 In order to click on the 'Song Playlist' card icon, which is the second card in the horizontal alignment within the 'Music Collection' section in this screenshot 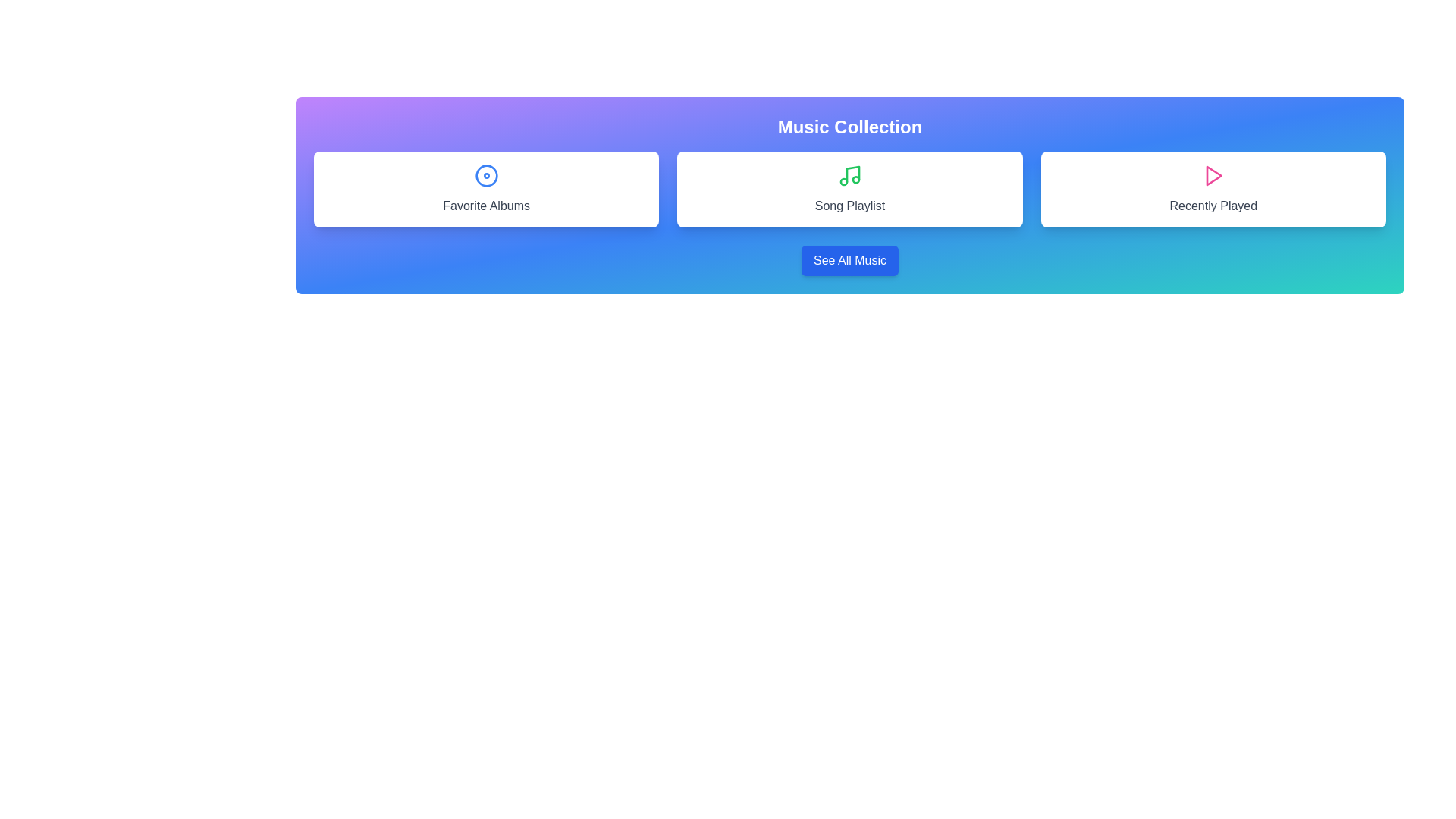, I will do `click(848, 174)`.